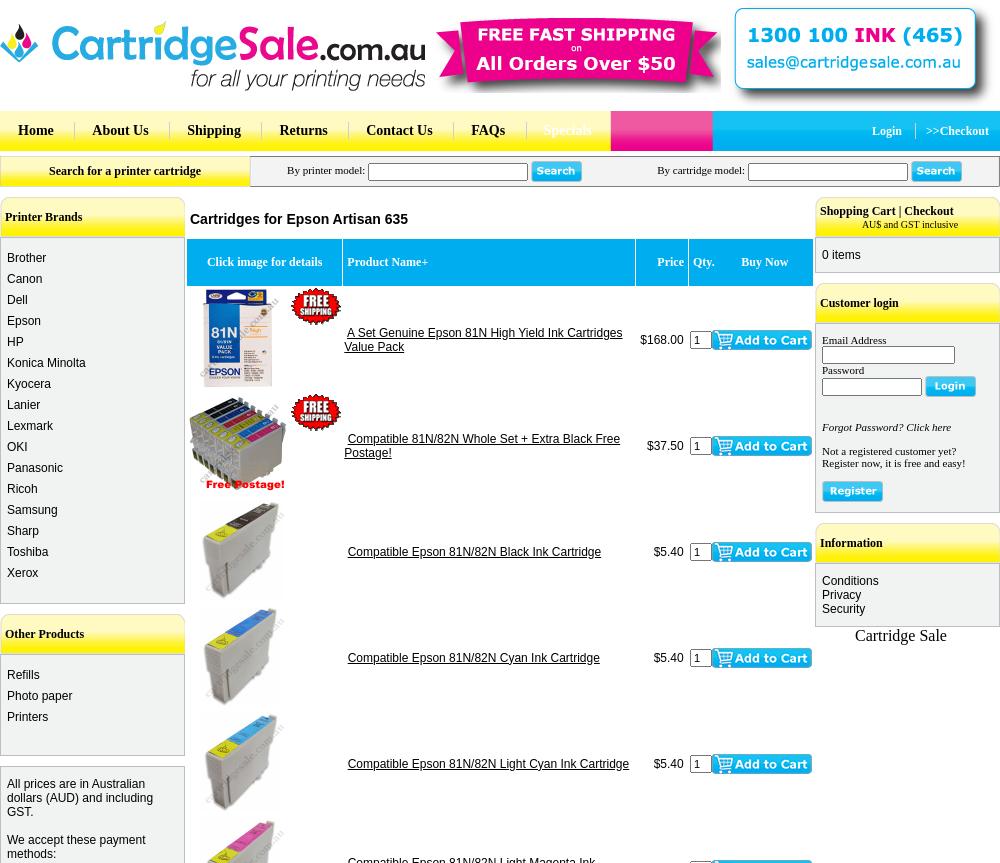  I want to click on 'Price', so click(670, 261).